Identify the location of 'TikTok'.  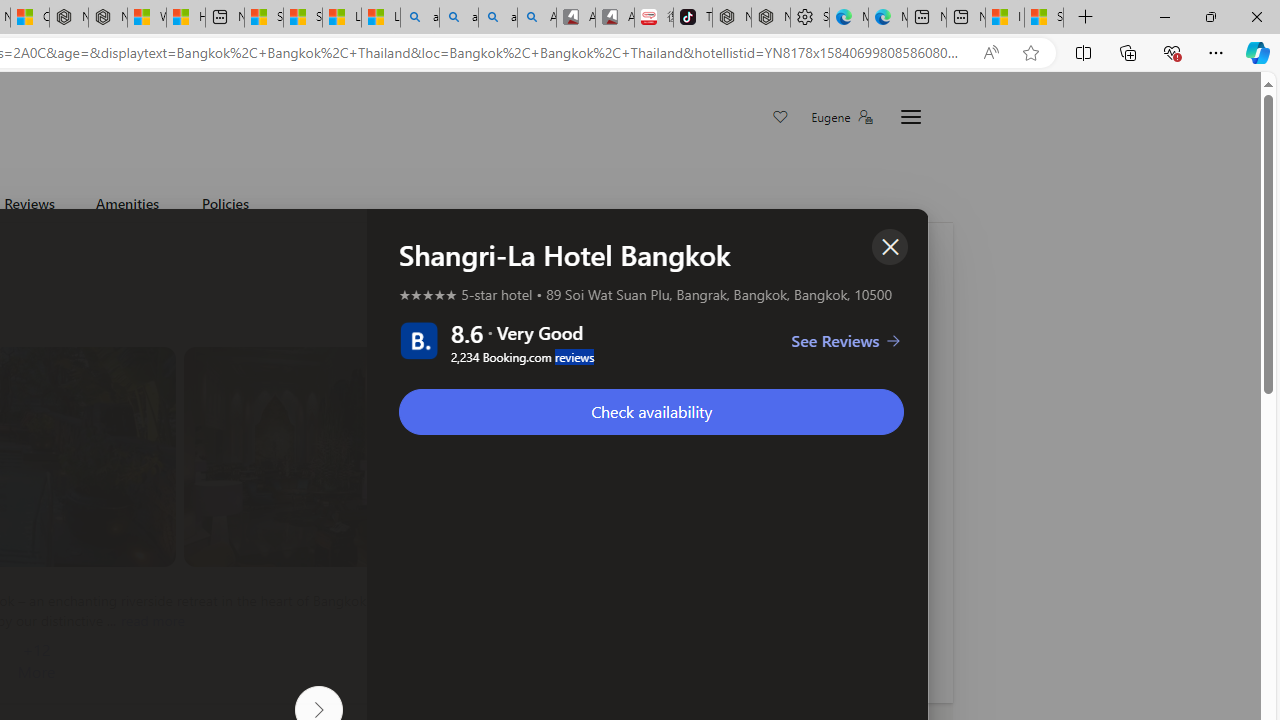
(693, 17).